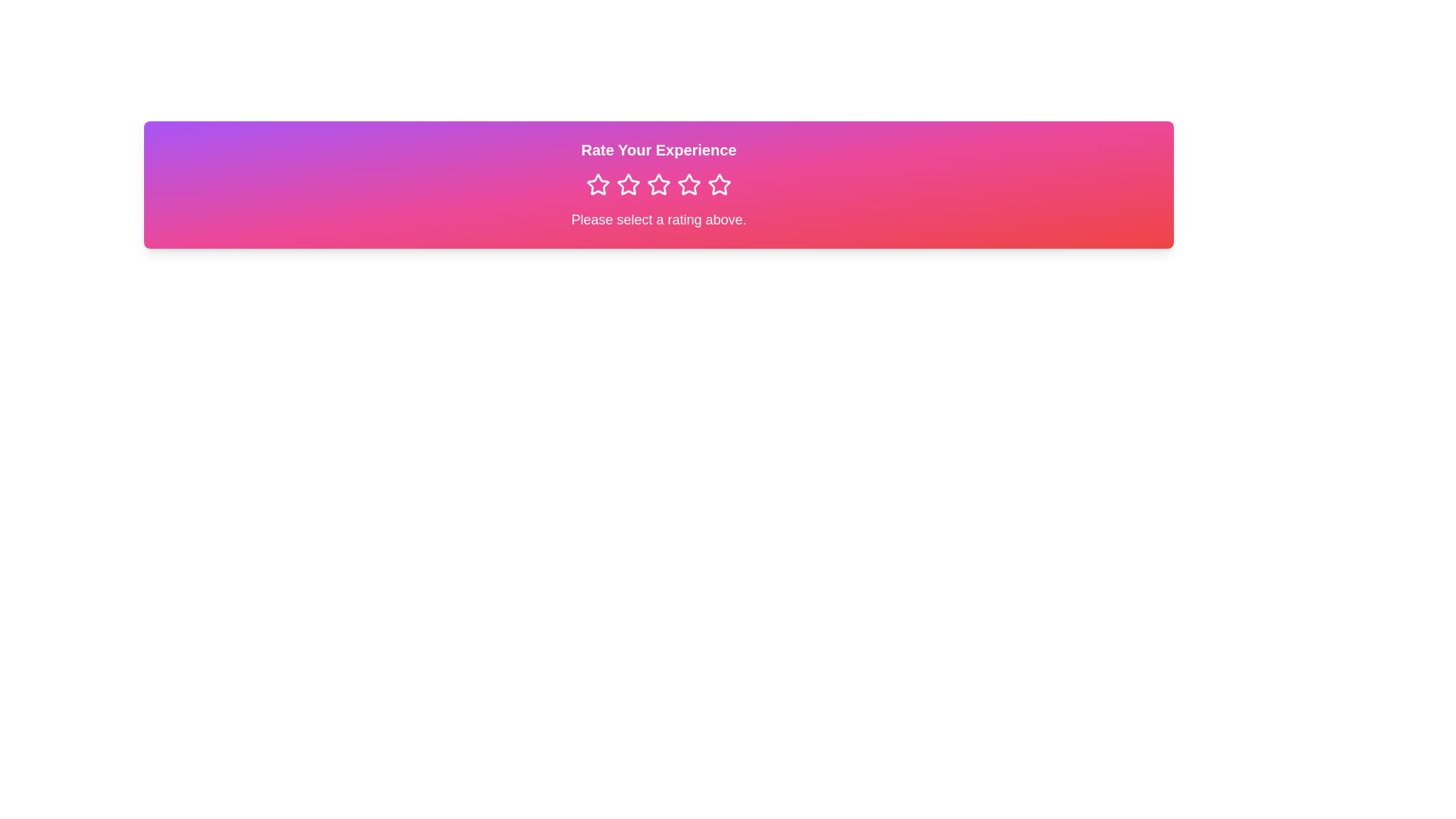 This screenshot has width=1456, height=819. Describe the element at coordinates (629, 184) in the screenshot. I see `the second rating star icon to provide feedback, which is located below the 'Rate Your Experience' text and above the 'Please select a rating above' text` at that location.